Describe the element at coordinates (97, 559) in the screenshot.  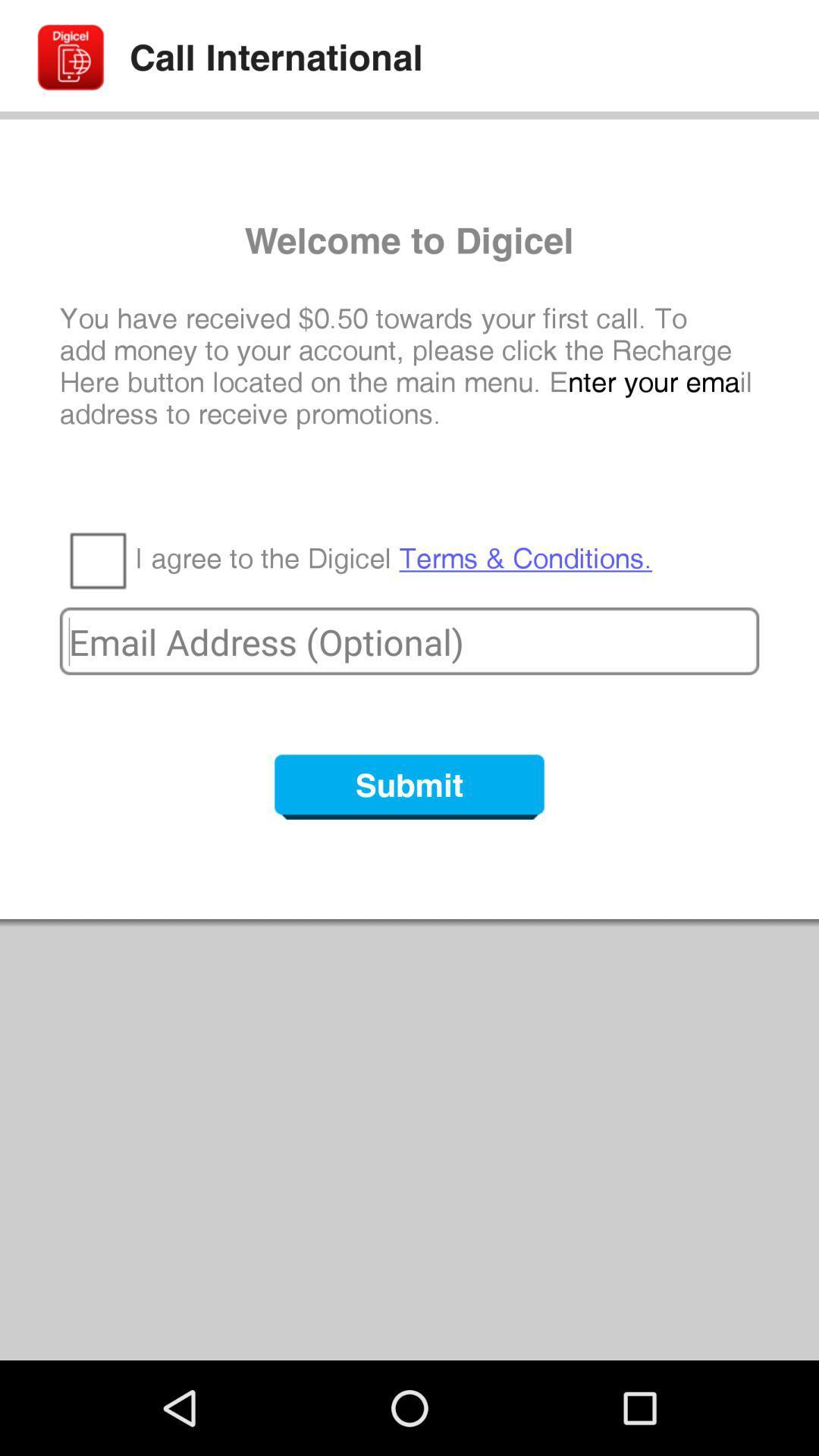
I see `the app below the you have received icon` at that location.